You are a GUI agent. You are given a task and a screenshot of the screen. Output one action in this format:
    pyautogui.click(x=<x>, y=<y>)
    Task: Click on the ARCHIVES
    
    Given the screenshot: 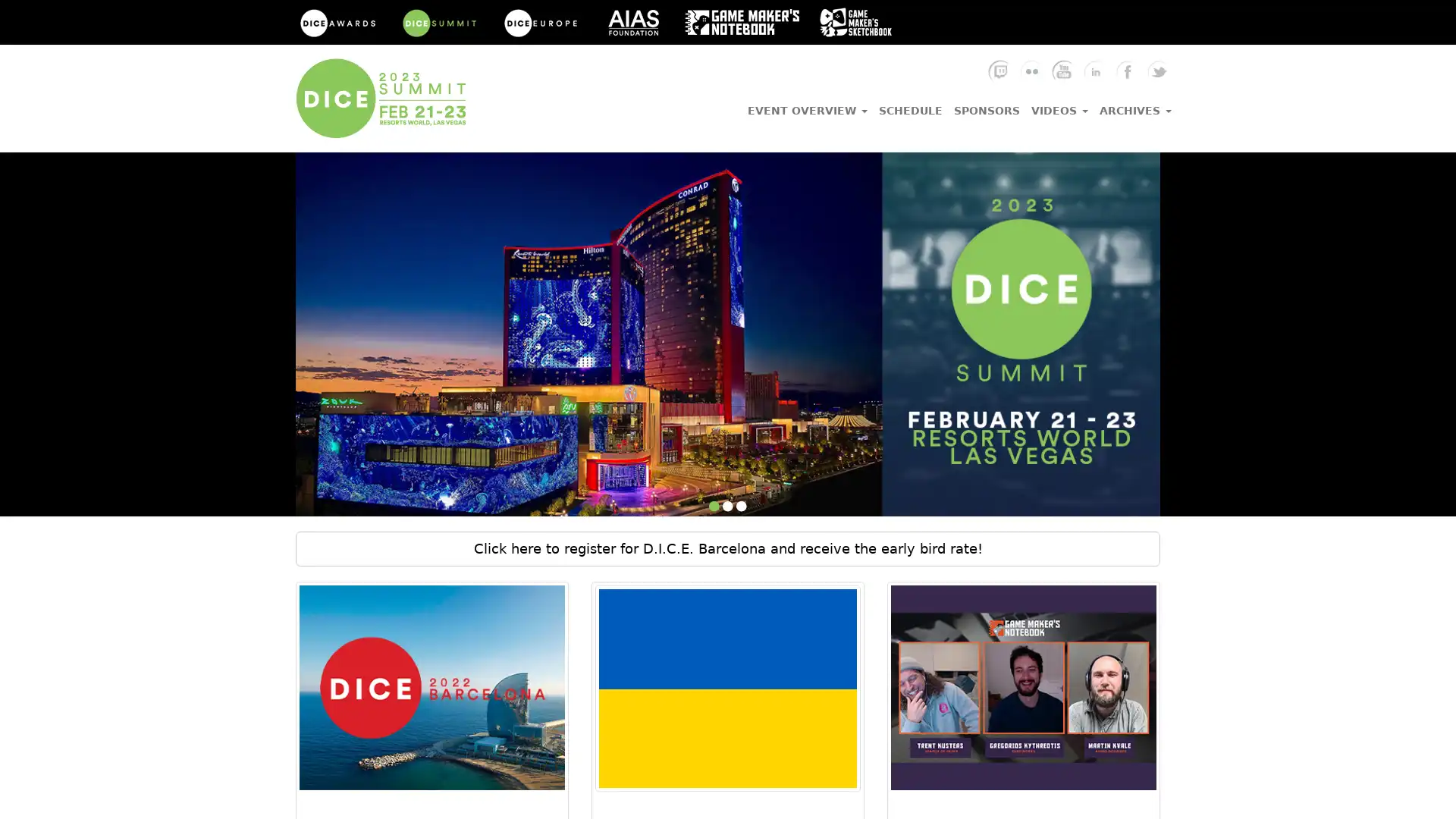 What is the action you would take?
    pyautogui.click(x=1135, y=110)
    